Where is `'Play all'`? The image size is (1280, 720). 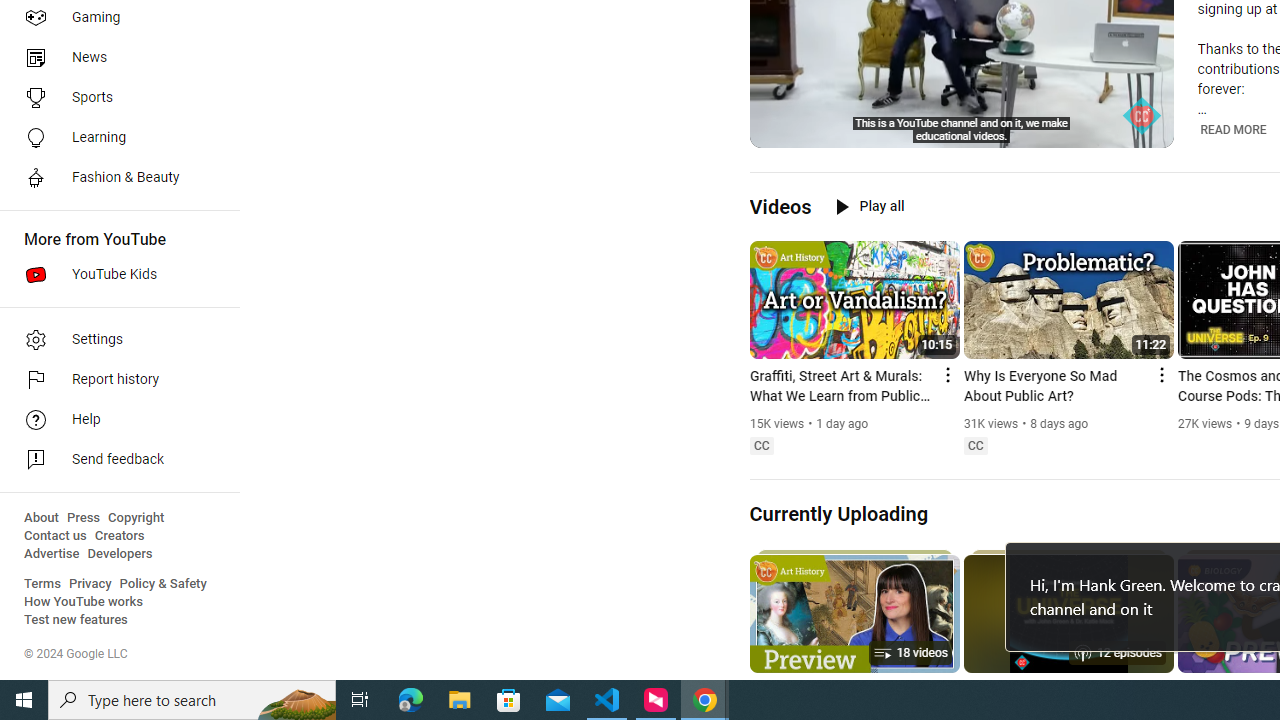 'Play all' is located at coordinates (870, 206).